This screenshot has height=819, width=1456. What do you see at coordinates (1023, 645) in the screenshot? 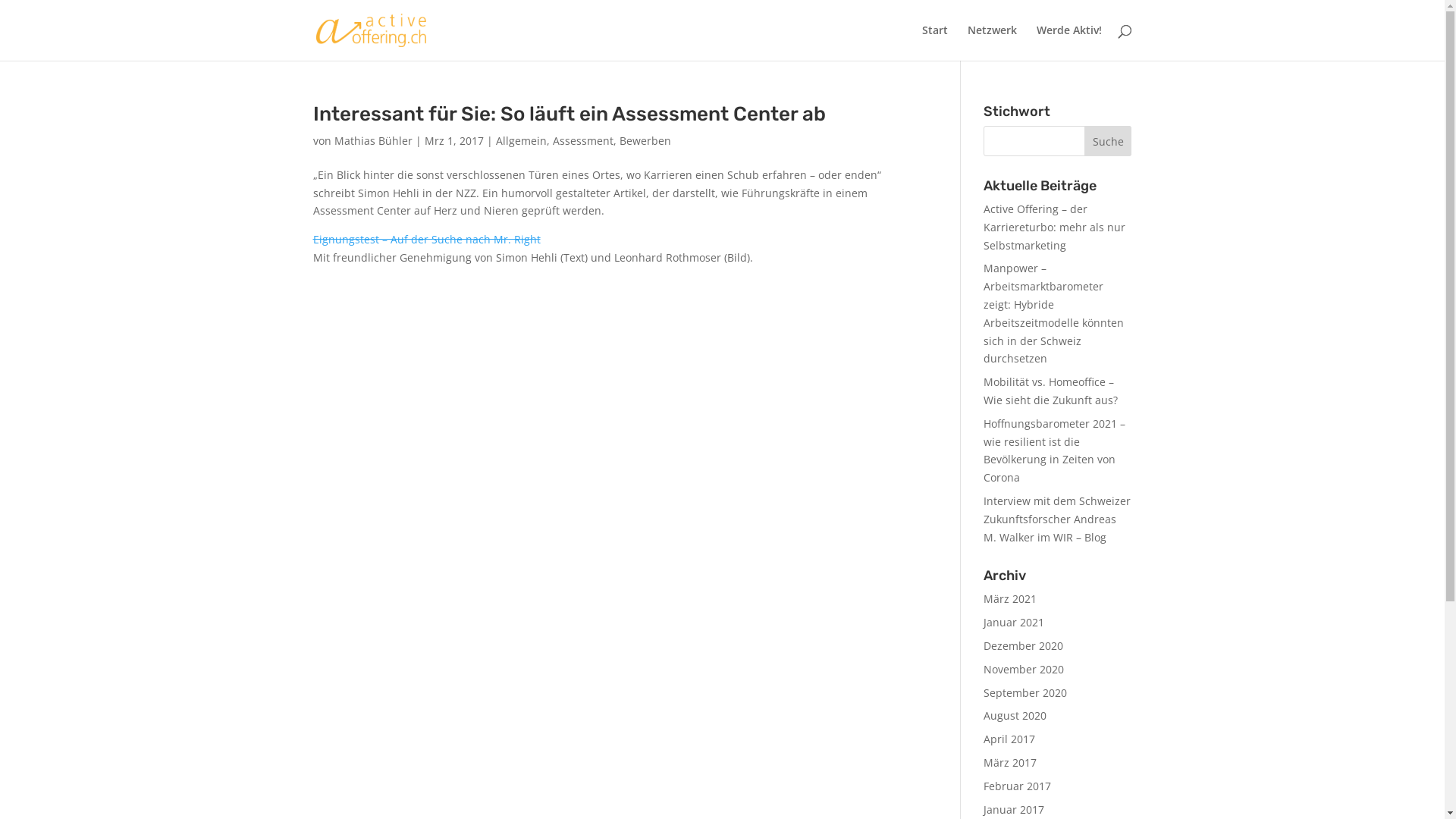
I see `'Dezember 2020'` at bounding box center [1023, 645].